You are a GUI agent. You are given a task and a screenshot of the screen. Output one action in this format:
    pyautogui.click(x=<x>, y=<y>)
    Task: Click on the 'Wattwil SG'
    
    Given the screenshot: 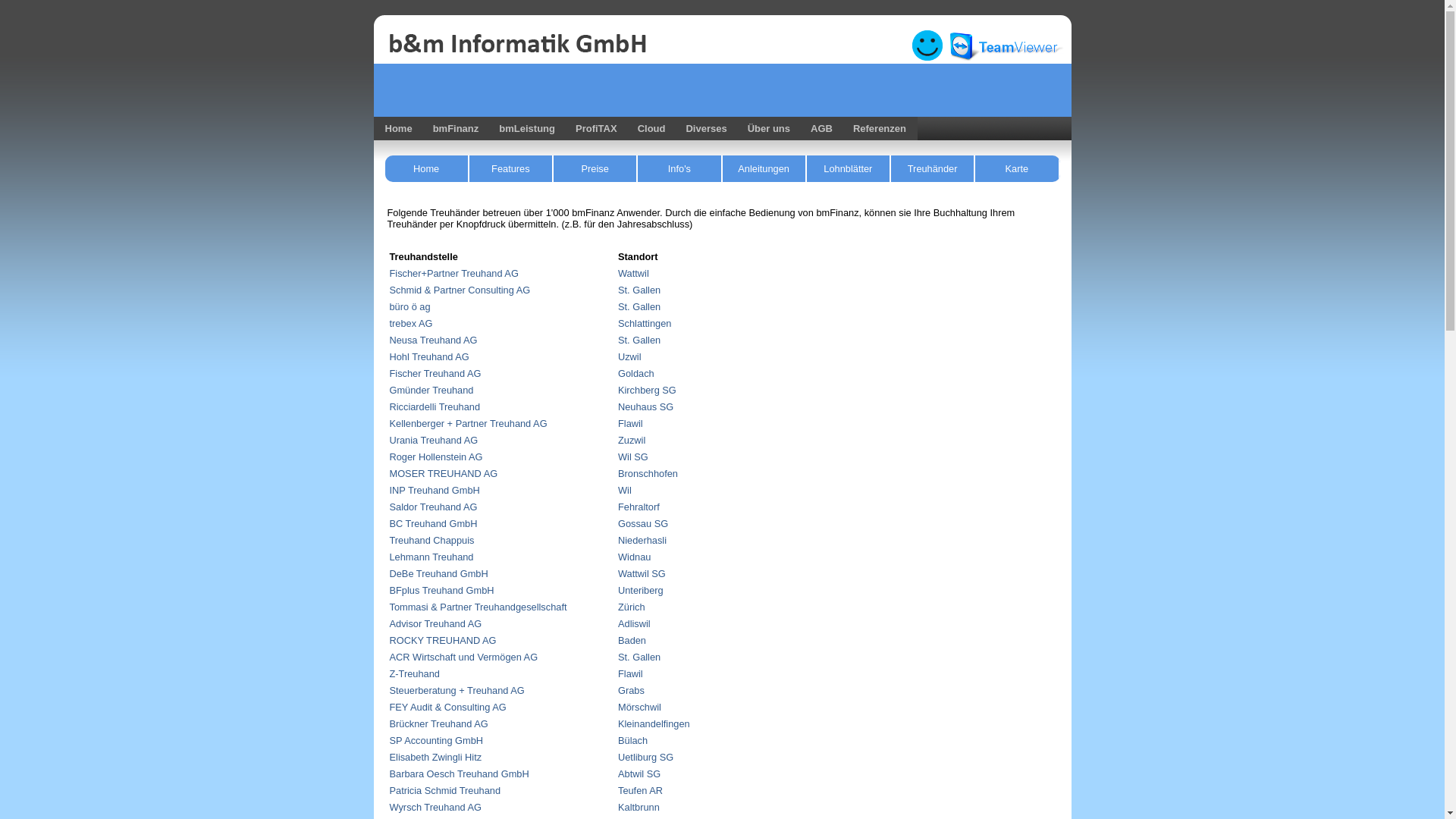 What is the action you would take?
    pyautogui.click(x=642, y=573)
    